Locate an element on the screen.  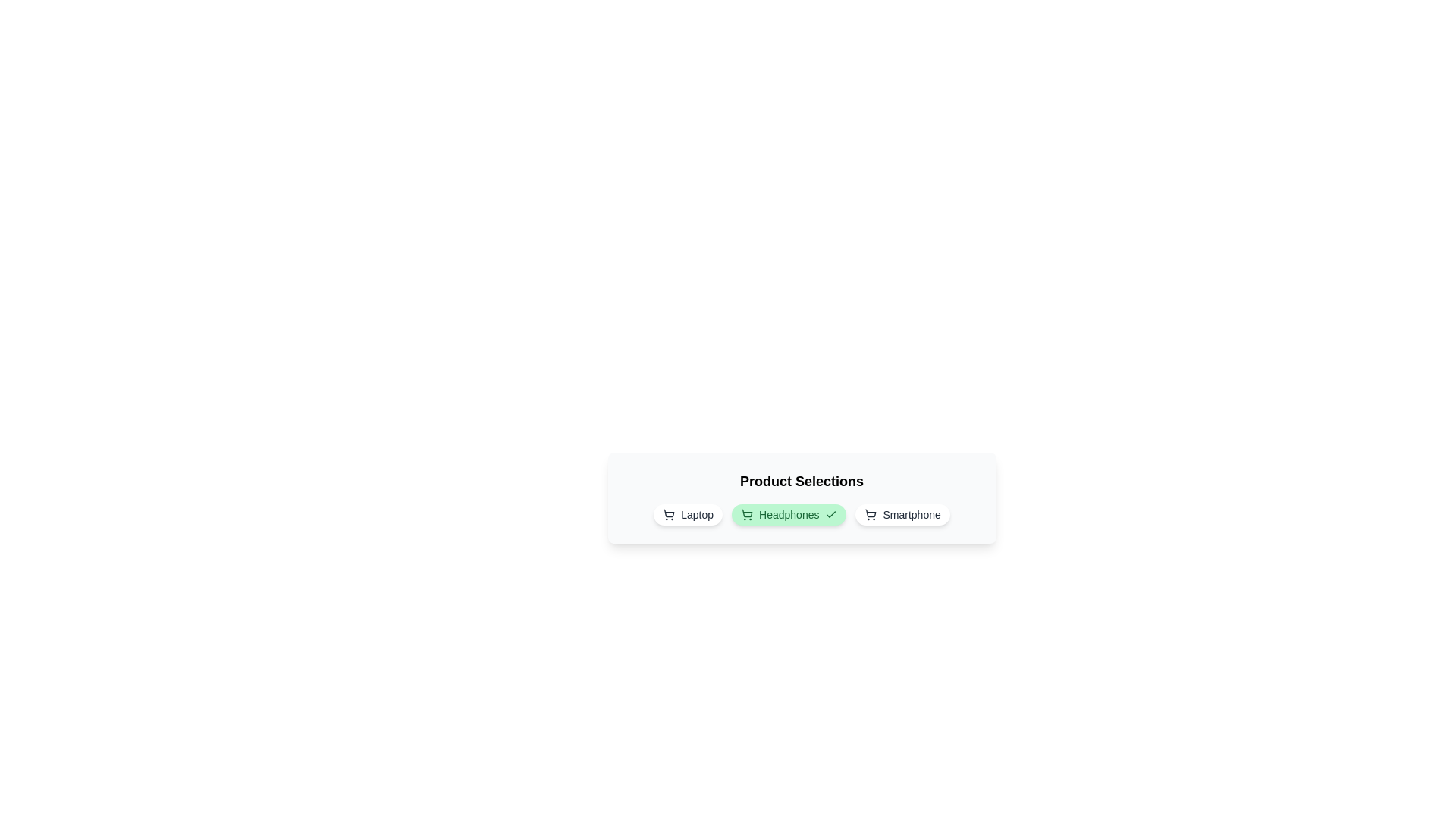
the product chip labeled Smartphone is located at coordinates (902, 513).